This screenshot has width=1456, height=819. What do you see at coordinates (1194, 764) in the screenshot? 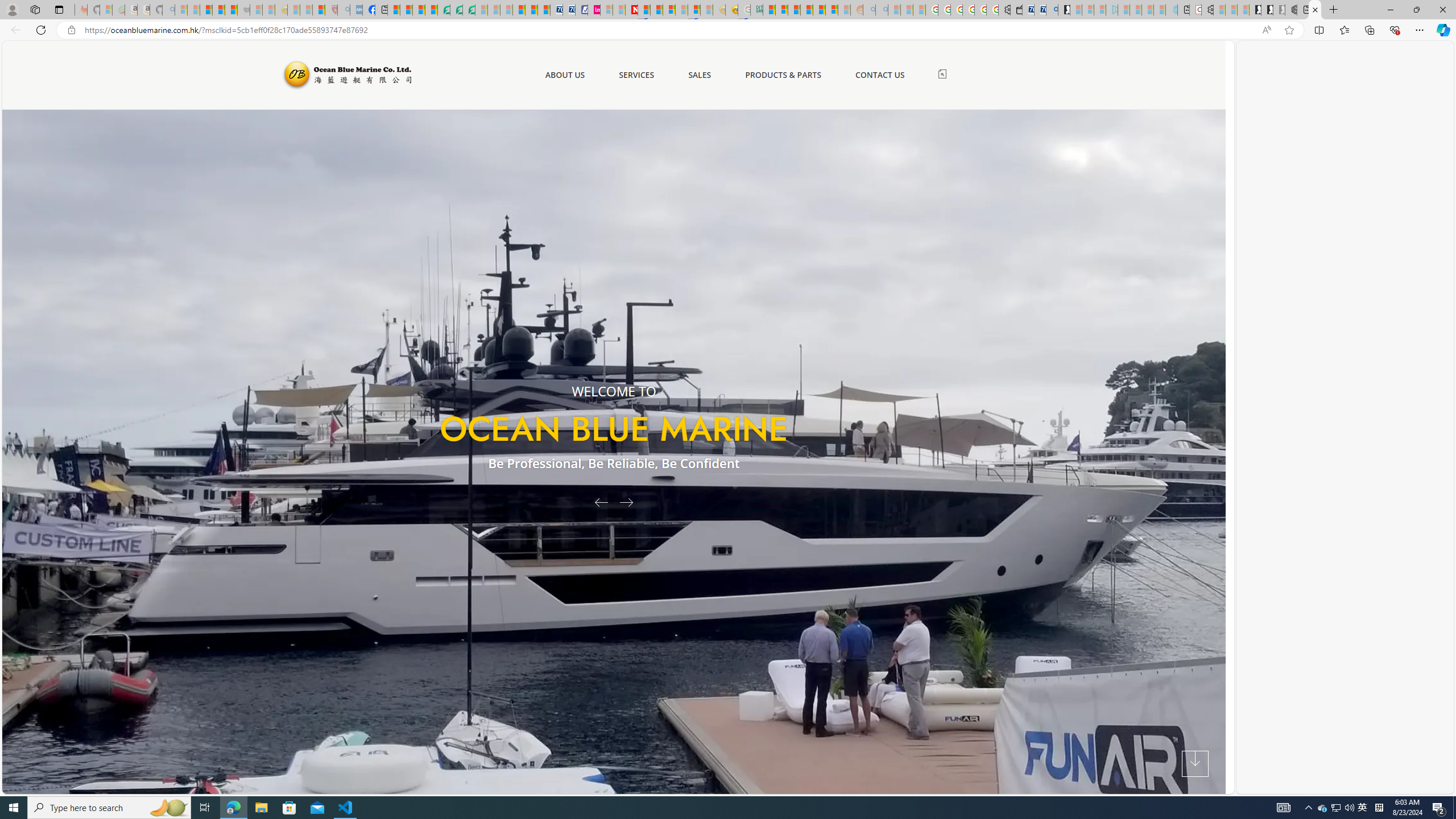
I see `'Next Section'` at bounding box center [1194, 764].